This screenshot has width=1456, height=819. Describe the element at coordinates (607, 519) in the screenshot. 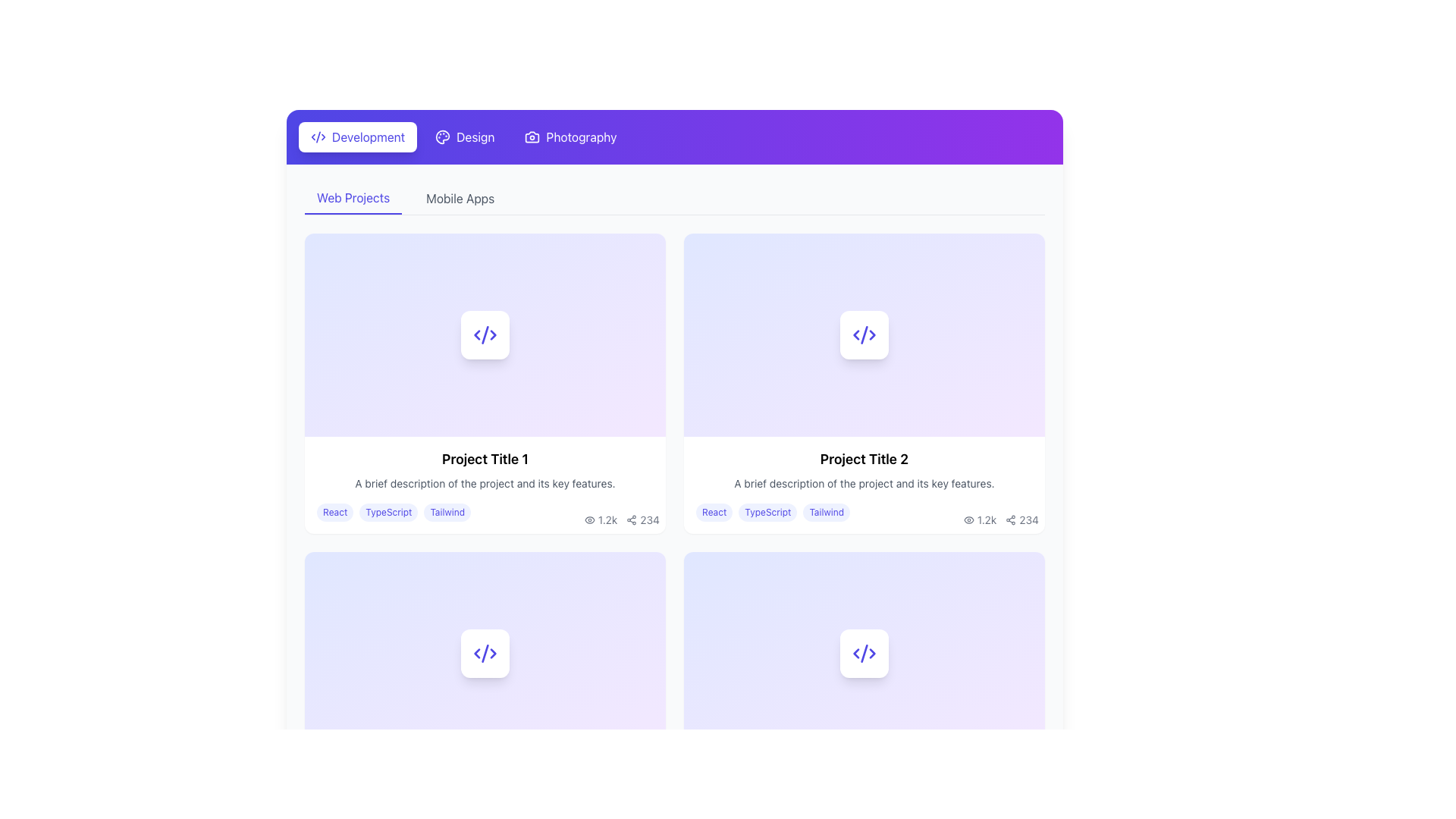

I see `text element displaying '1.2k' which is the first textual value in gray next to an eye icon at the bottom-right corner of the card labeled 'Project Title 2'` at that location.